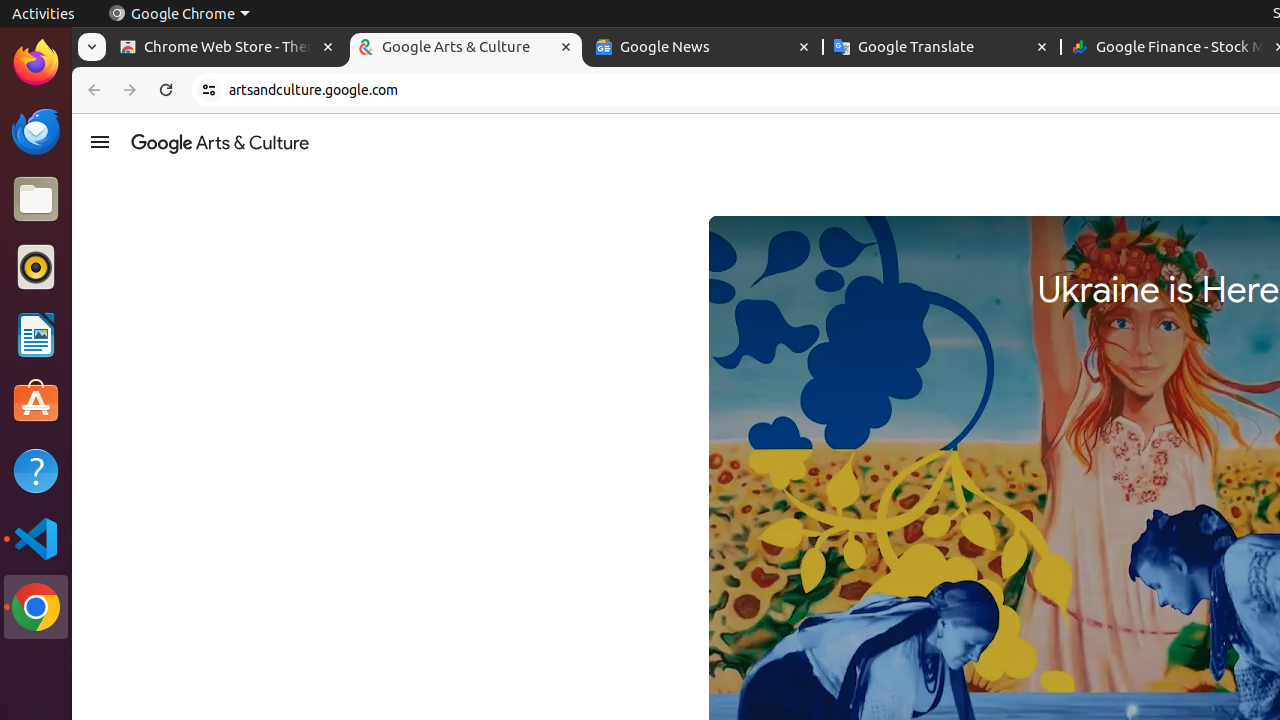 This screenshot has width=1280, height=720. What do you see at coordinates (90, 90) in the screenshot?
I see `'Back'` at bounding box center [90, 90].